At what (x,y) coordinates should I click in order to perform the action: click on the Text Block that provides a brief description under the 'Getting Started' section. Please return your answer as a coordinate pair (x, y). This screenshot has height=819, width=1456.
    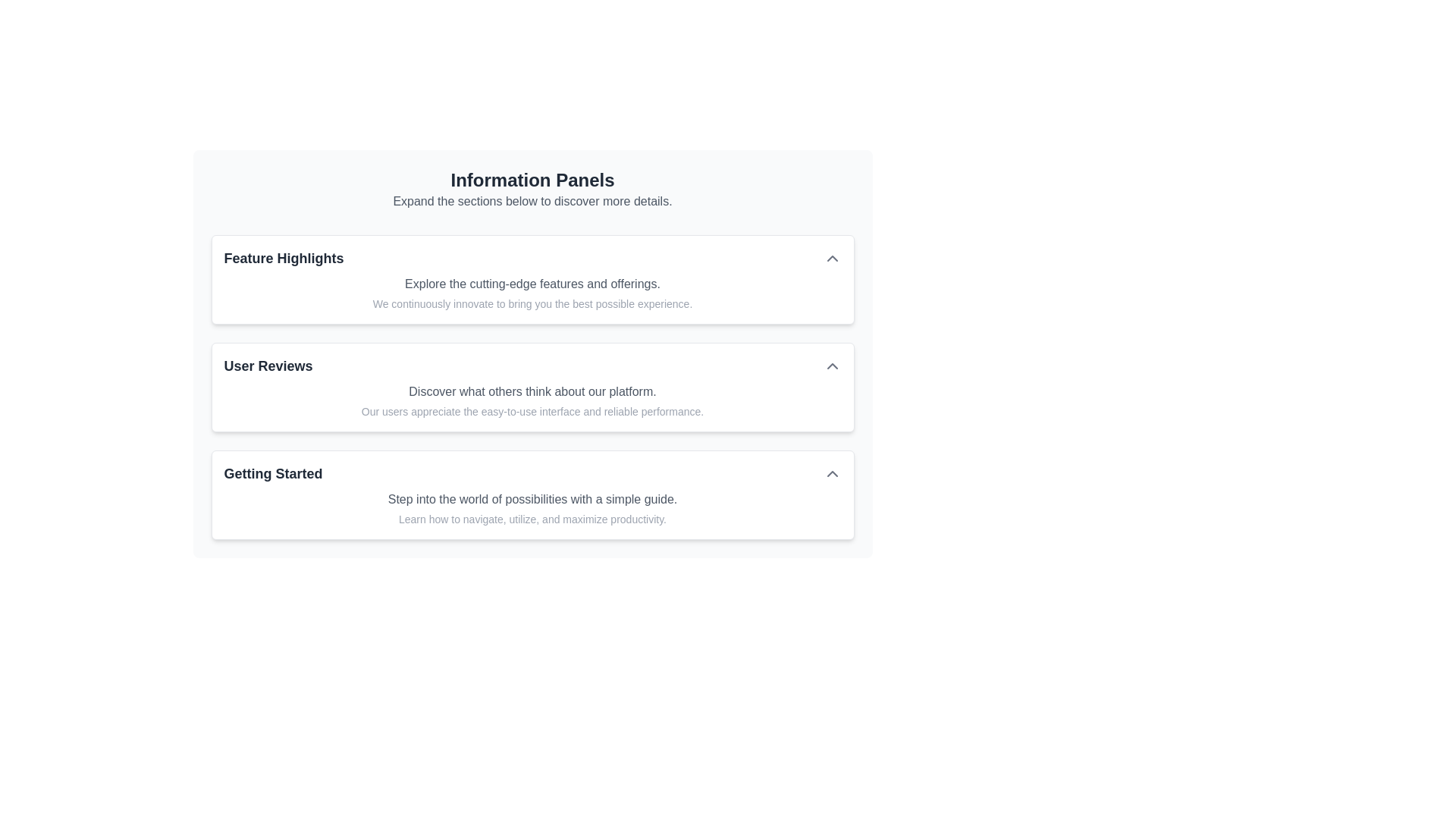
    Looking at the image, I should click on (532, 500).